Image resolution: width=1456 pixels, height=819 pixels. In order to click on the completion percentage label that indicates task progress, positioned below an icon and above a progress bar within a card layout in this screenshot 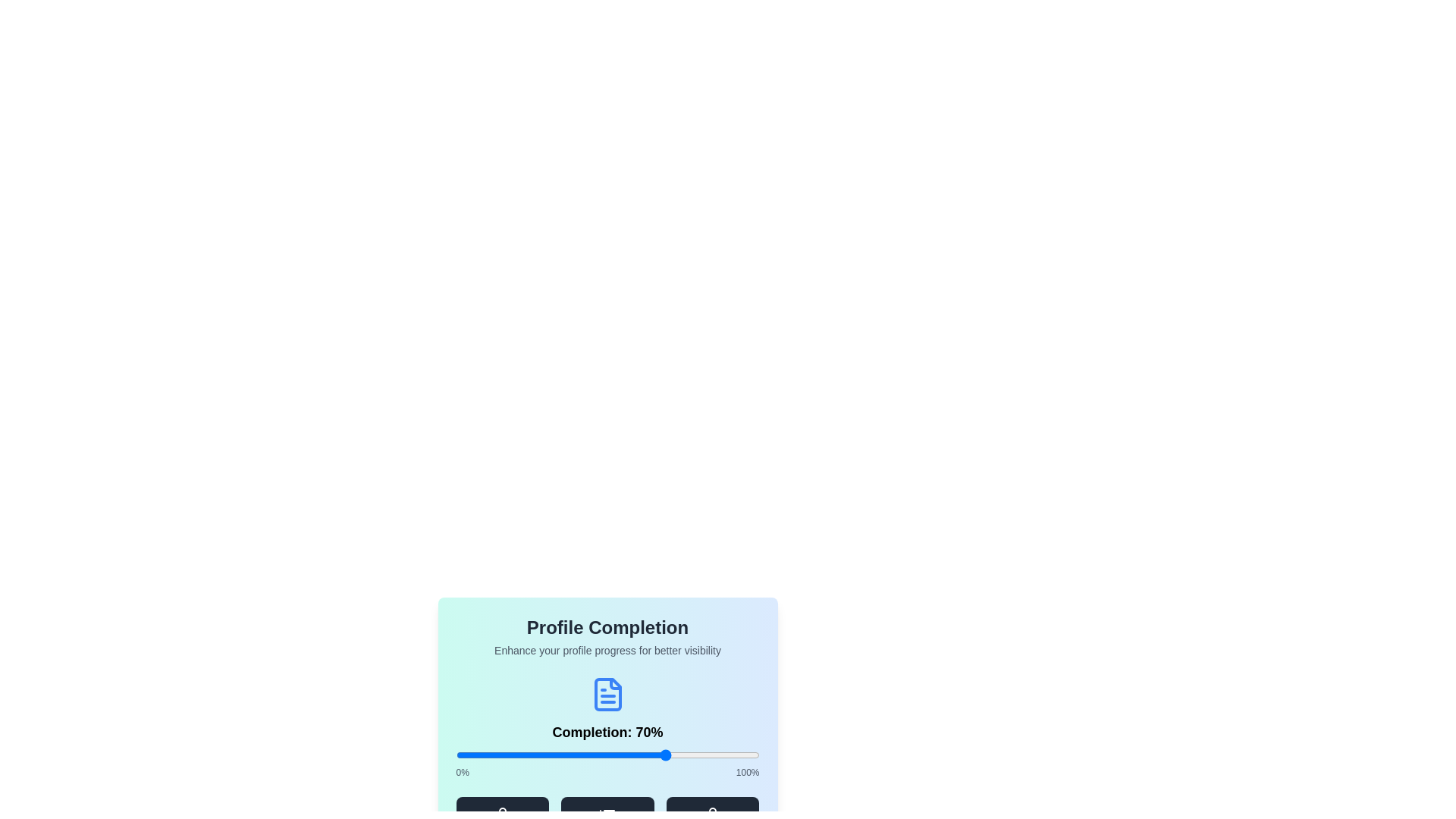, I will do `click(607, 726)`.